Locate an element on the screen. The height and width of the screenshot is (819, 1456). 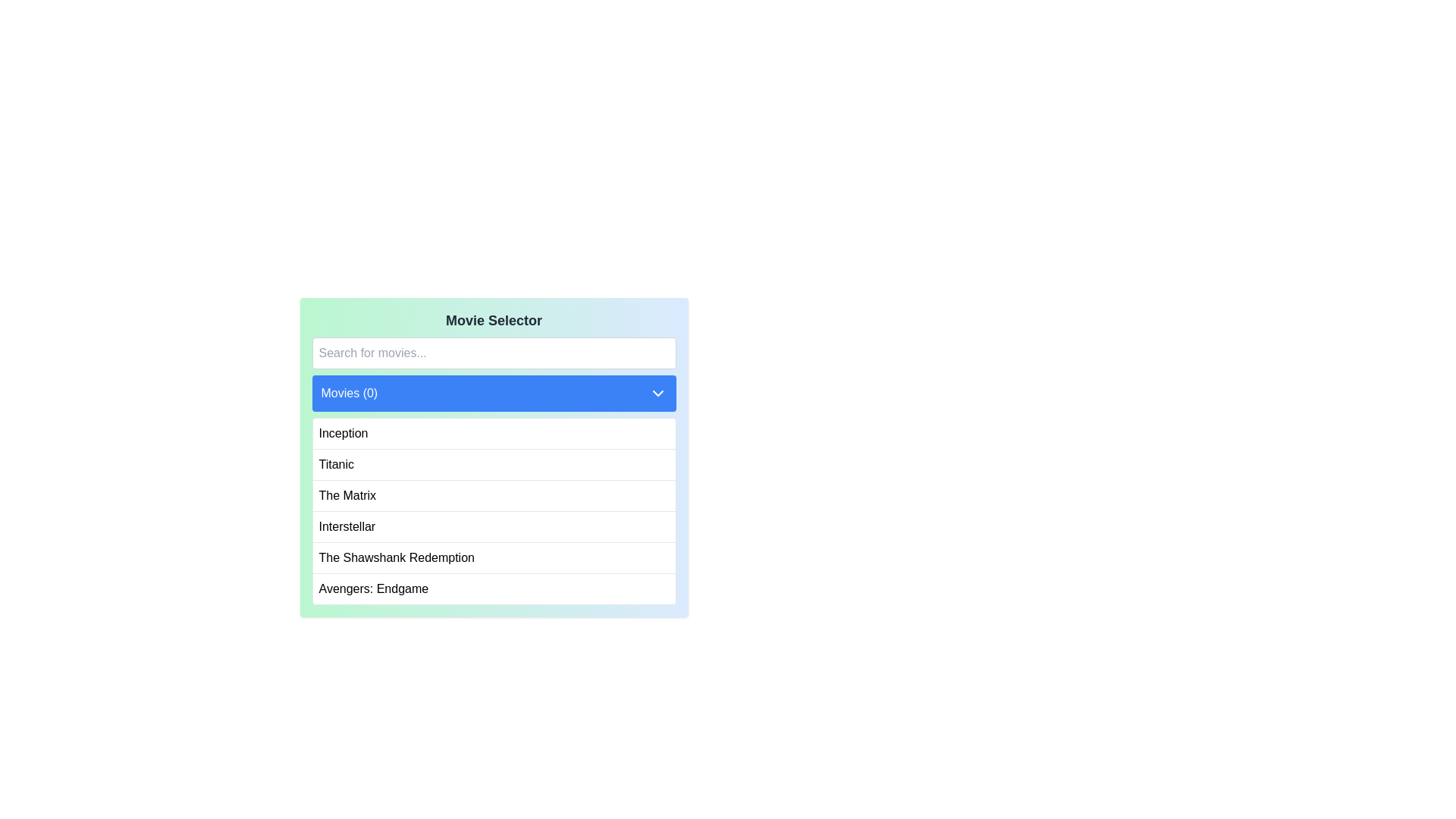
the text label displaying 'Avengers: Endgame' is located at coordinates (373, 588).